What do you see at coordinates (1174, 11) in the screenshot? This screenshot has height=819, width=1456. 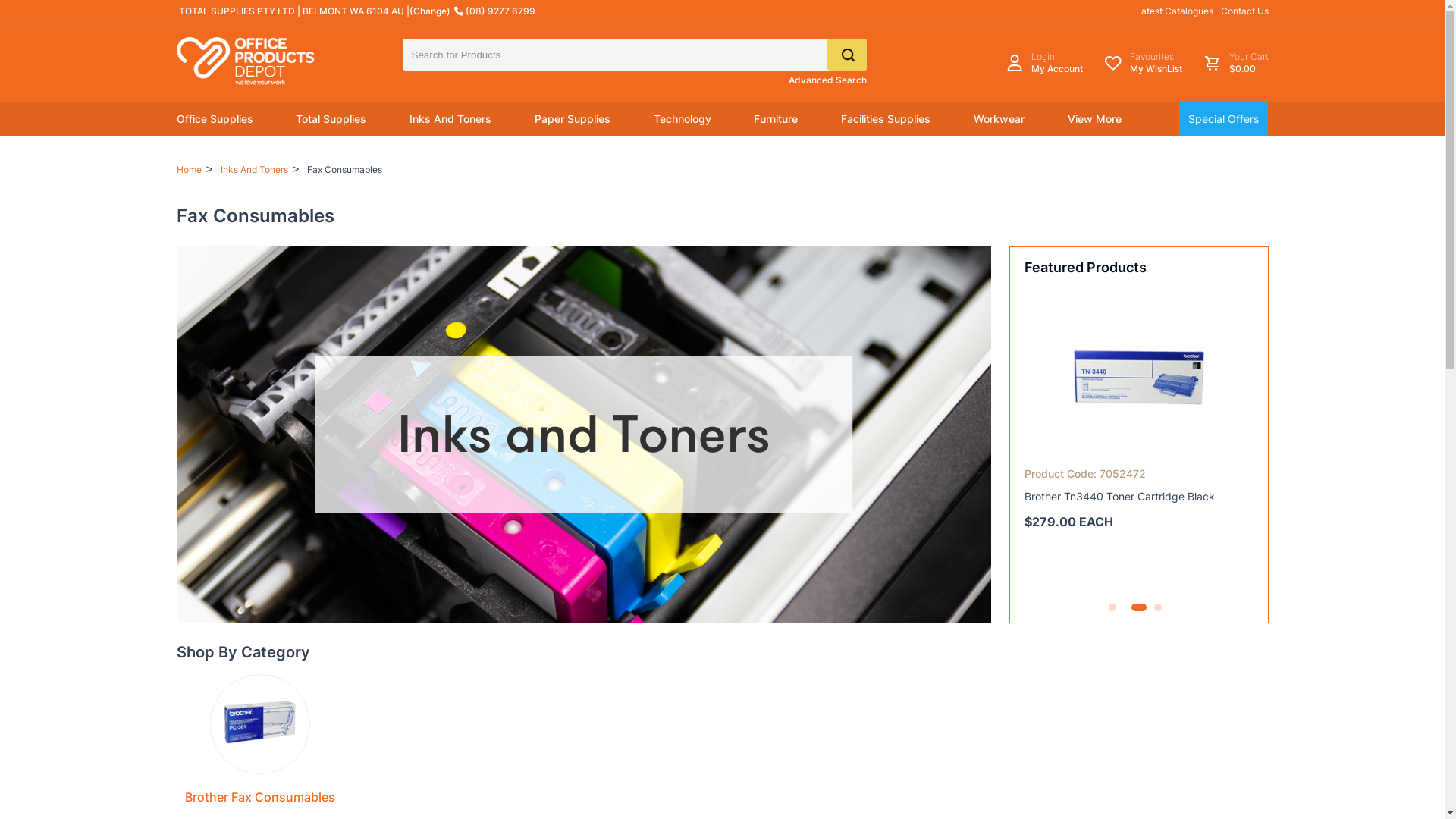 I see `'Latest Catalogues'` at bounding box center [1174, 11].